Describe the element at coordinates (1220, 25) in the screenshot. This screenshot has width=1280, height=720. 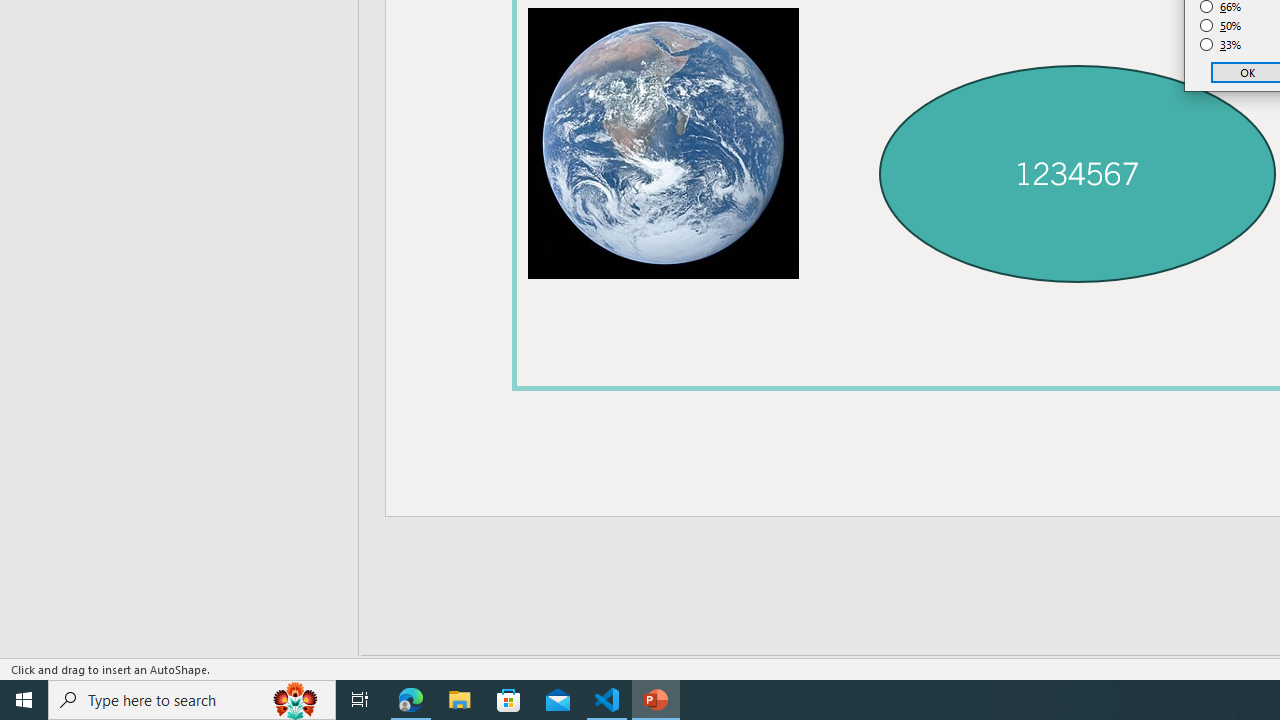
I see `'50%'` at that location.